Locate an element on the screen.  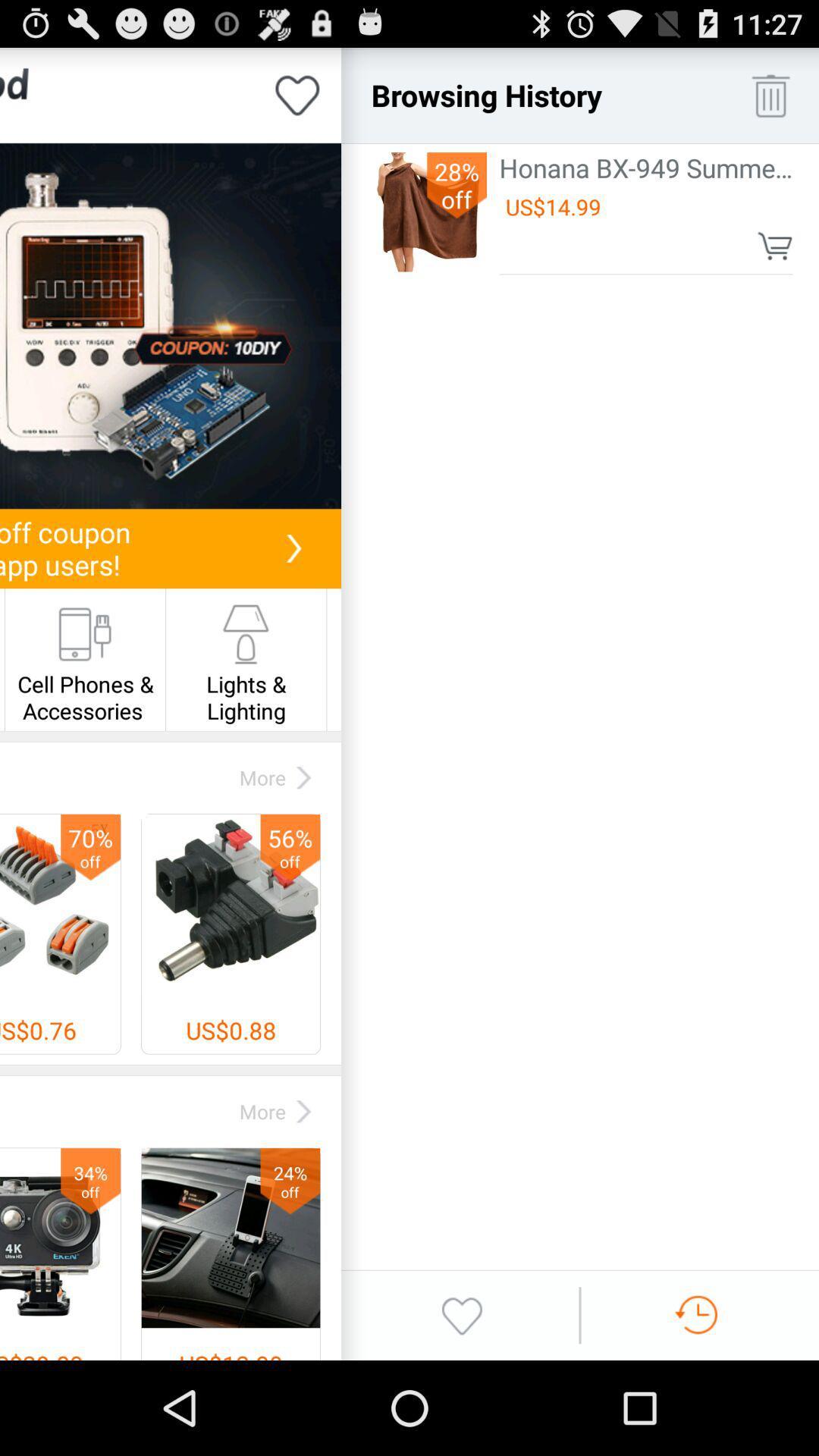
delete is located at coordinates (770, 94).